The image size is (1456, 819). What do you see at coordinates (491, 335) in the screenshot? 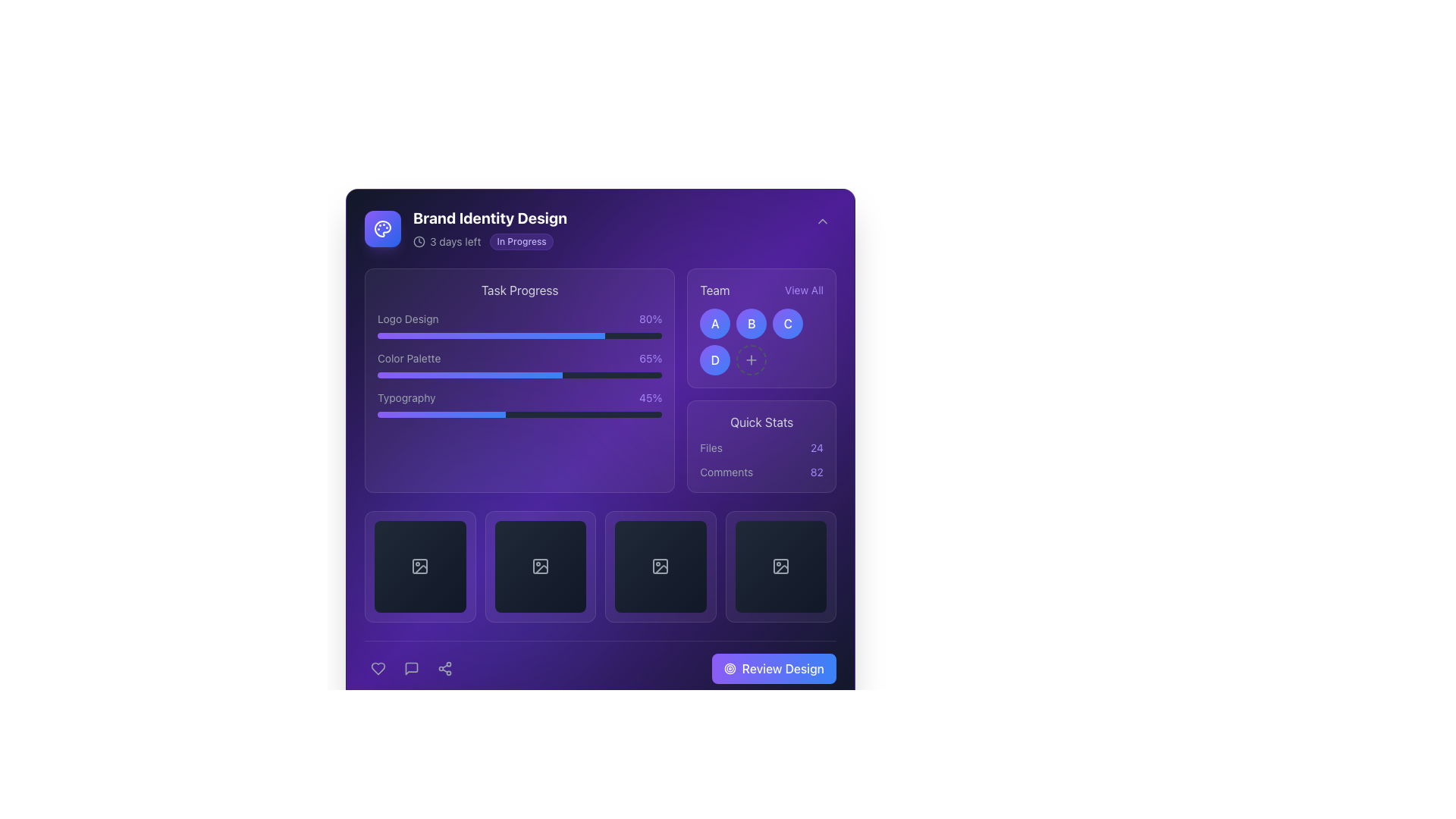
I see `the completion status of the 'Logo Design' task represented by the progress bar segment in the 'Task Progress' section` at bounding box center [491, 335].